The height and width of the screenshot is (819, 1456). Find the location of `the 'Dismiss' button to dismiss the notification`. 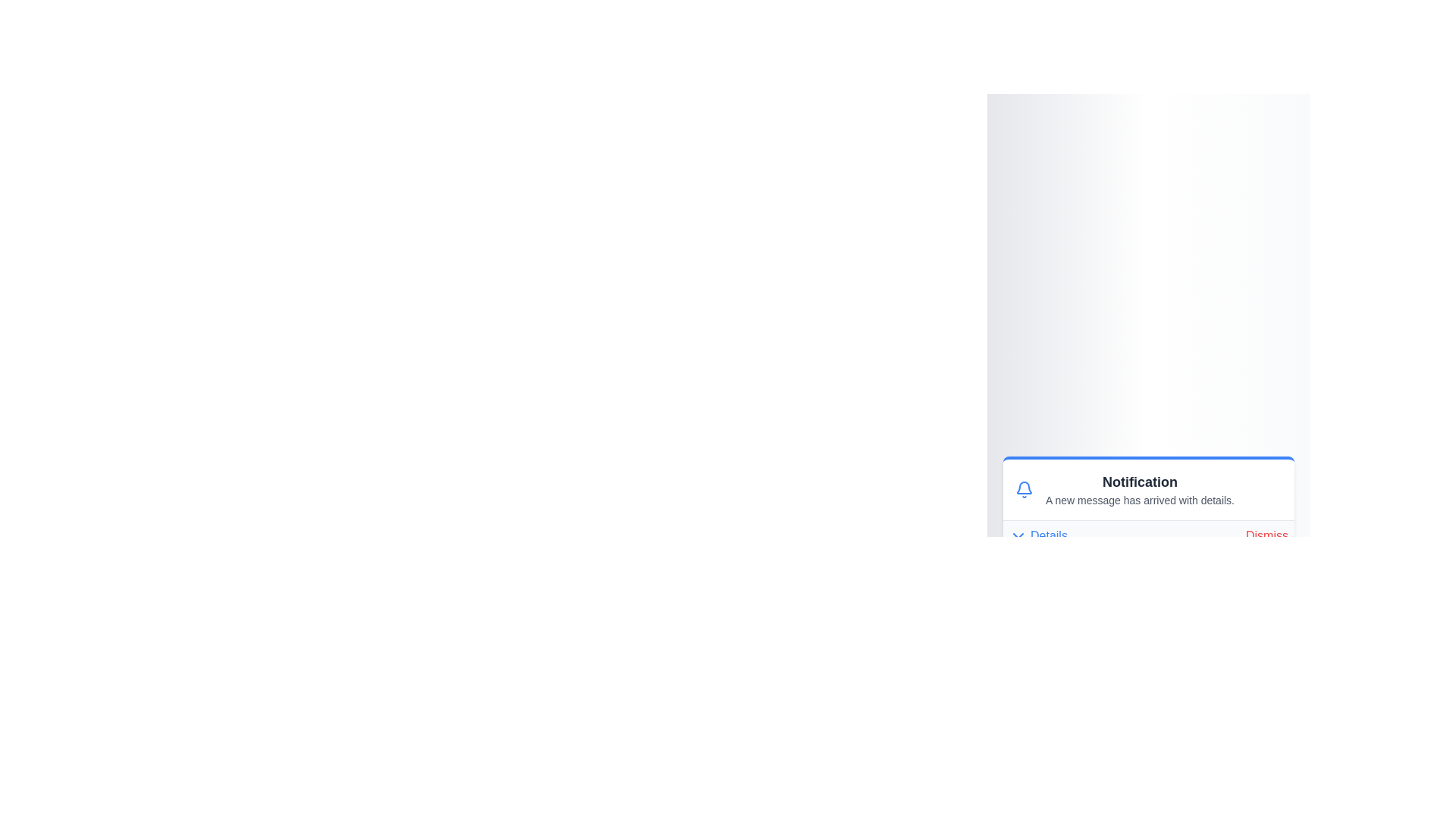

the 'Dismiss' button to dismiss the notification is located at coordinates (1266, 535).